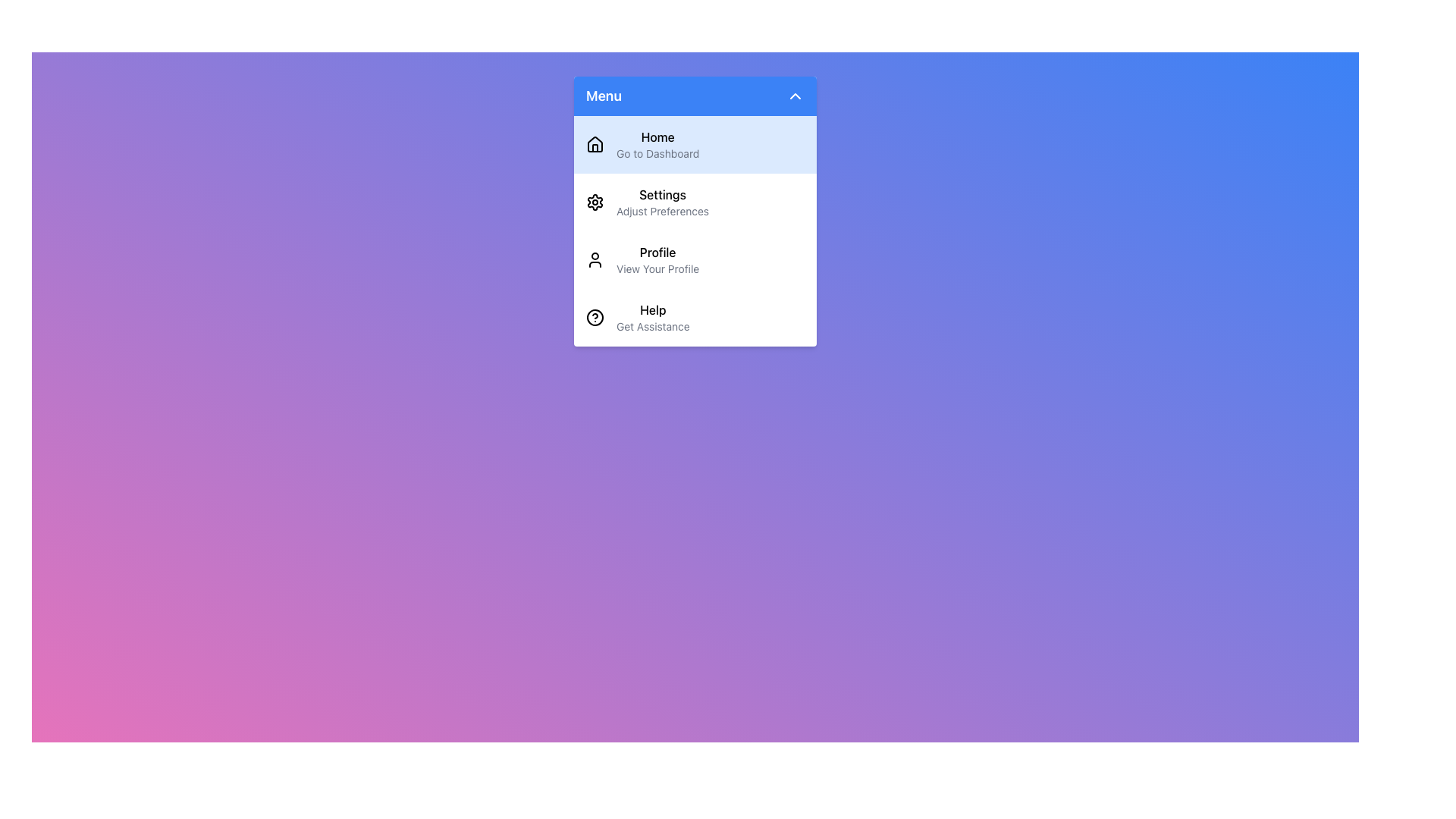  What do you see at coordinates (595, 201) in the screenshot?
I see `the settings cogwheel icon, which is the second item in the vertical menu list labeled 'Settings'` at bounding box center [595, 201].